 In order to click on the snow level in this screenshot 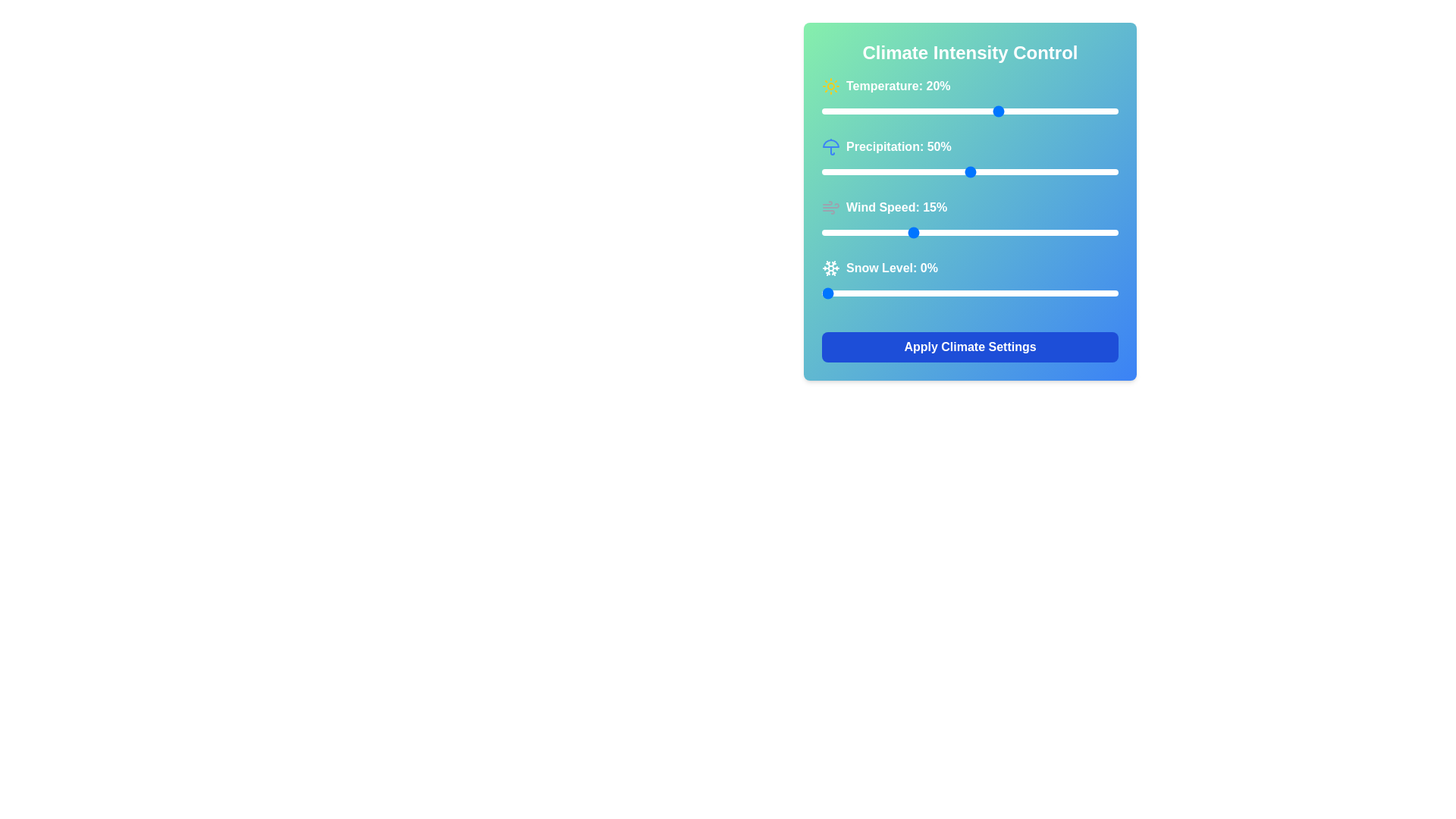, I will do `click(1112, 293)`.